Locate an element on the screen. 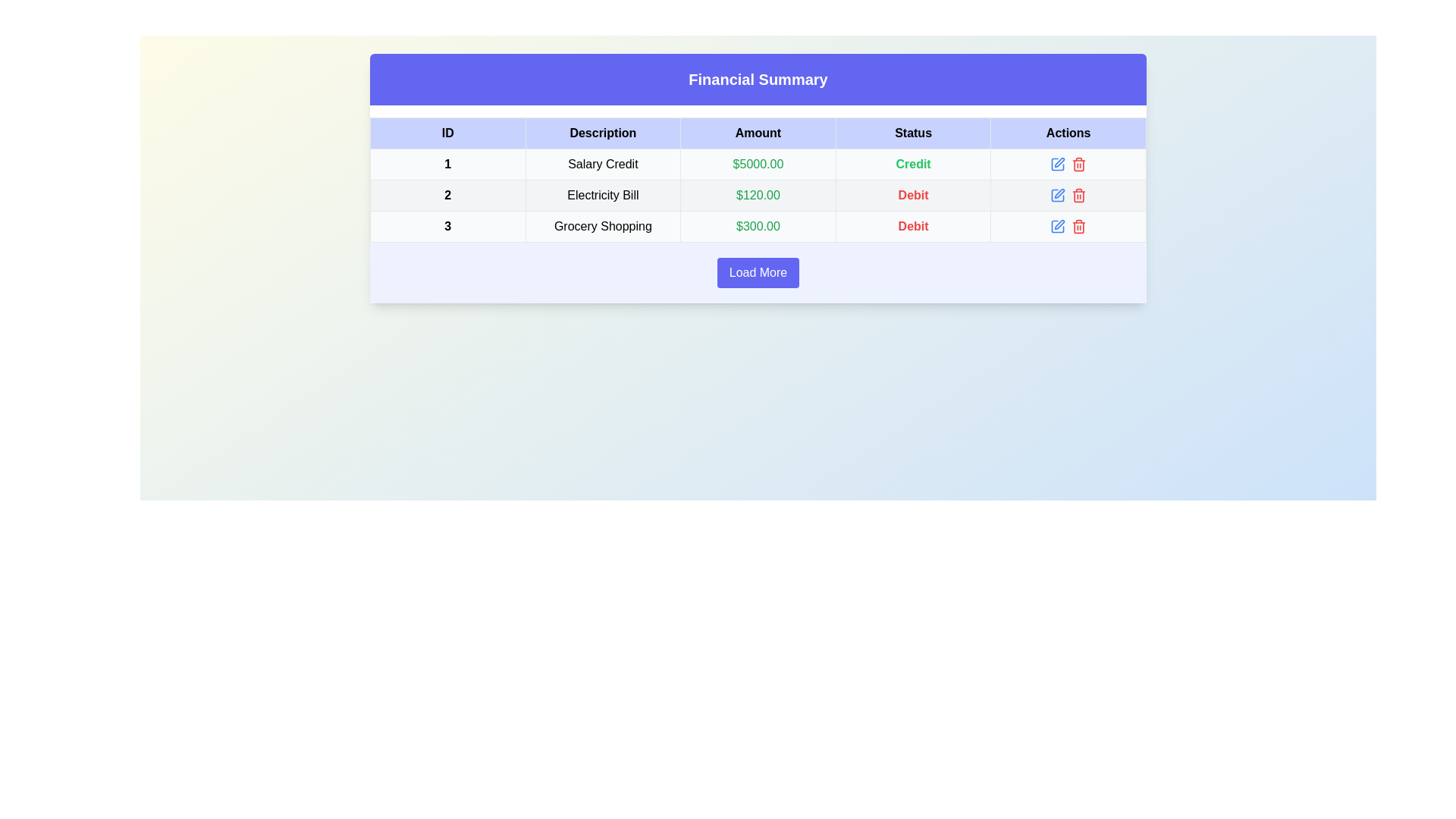 The width and height of the screenshot is (1456, 819). transaction data from the first row in the financial summary table, which includes ID '1', Description 'Salary Credit', Amount '$5000.00', and Status 'Credit' is located at coordinates (758, 164).